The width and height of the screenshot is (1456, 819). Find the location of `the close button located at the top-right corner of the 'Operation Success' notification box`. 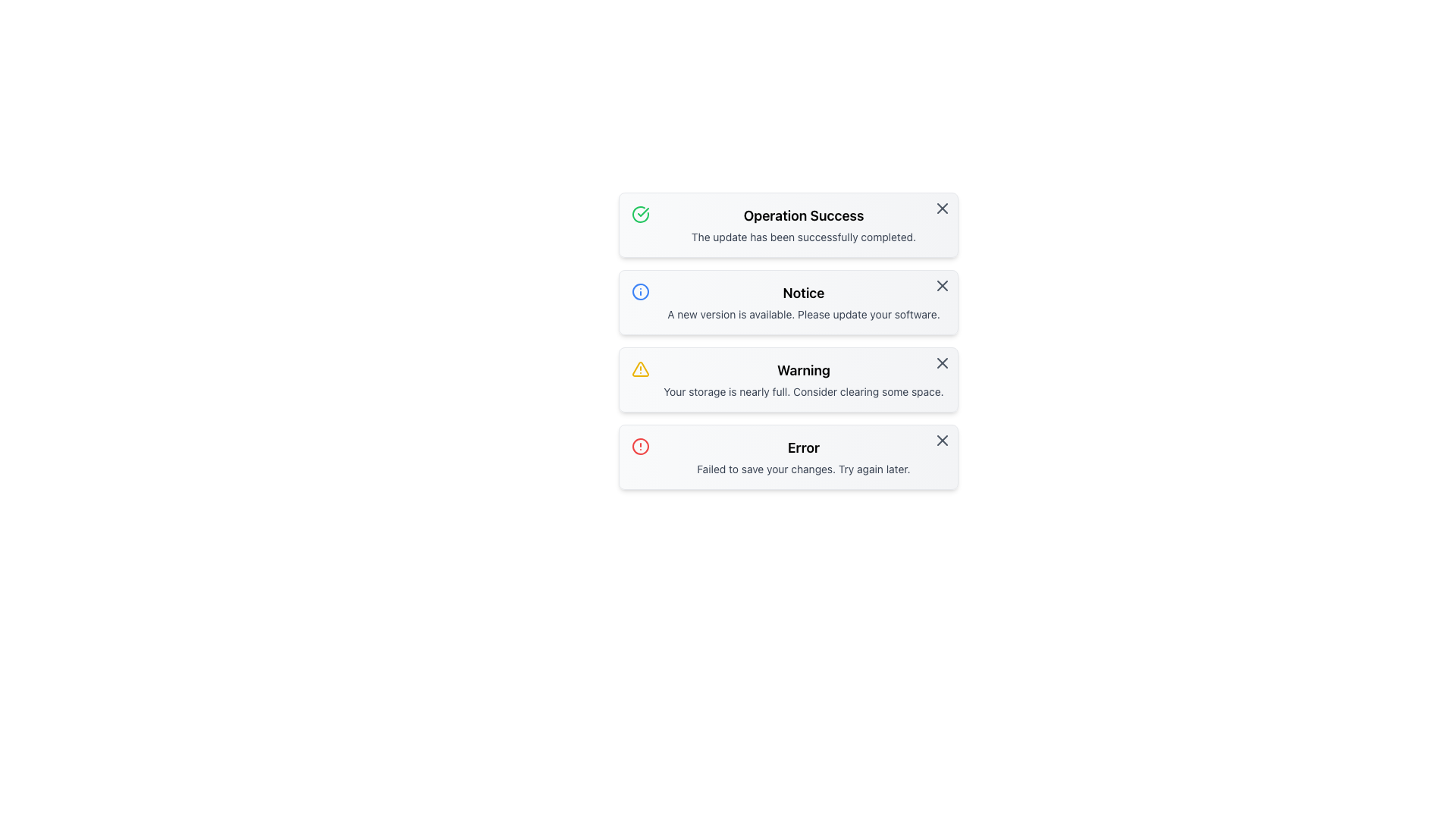

the close button located at the top-right corner of the 'Operation Success' notification box is located at coordinates (942, 208).